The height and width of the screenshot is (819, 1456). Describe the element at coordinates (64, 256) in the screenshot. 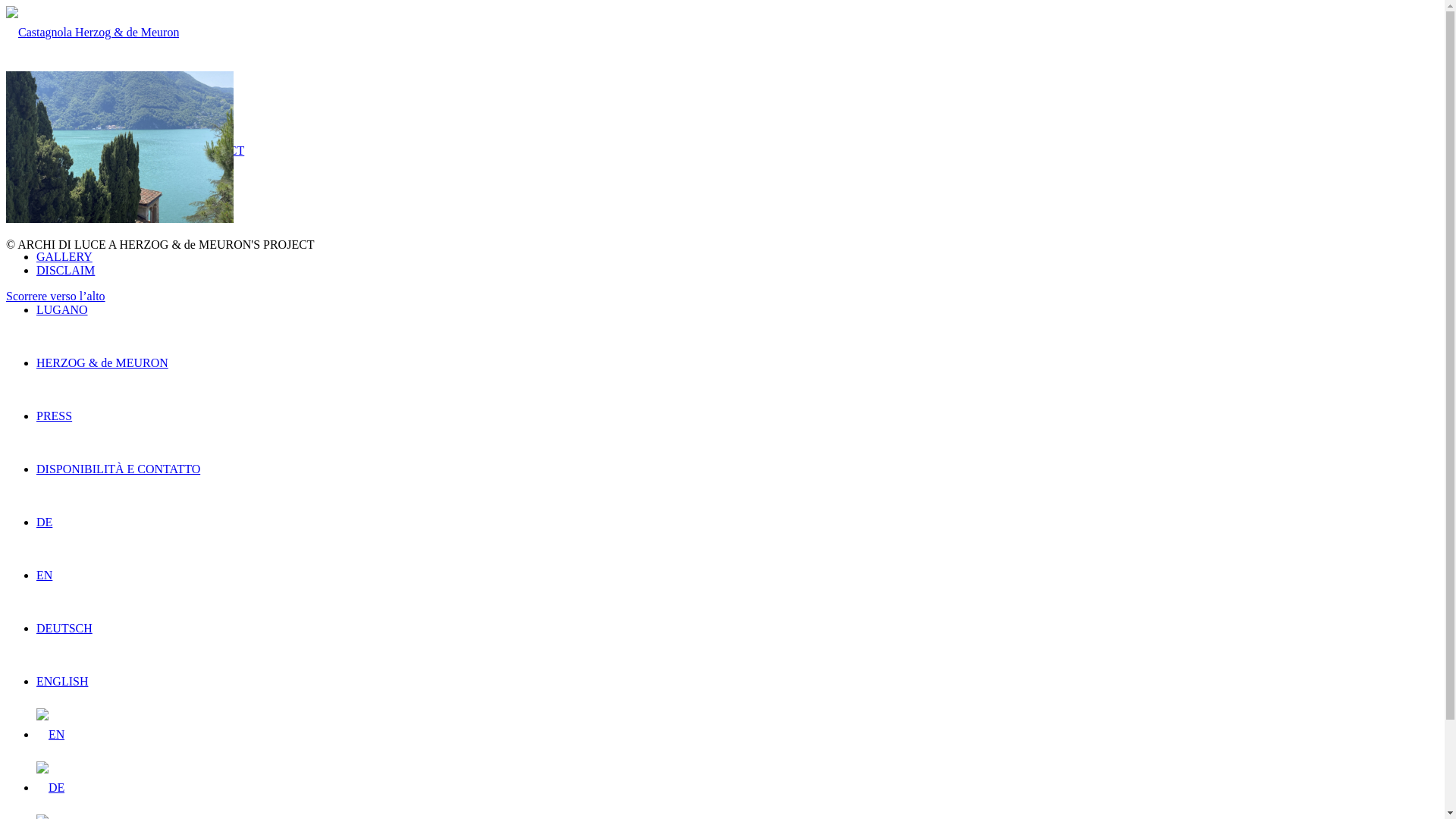

I see `'GALLERY'` at that location.